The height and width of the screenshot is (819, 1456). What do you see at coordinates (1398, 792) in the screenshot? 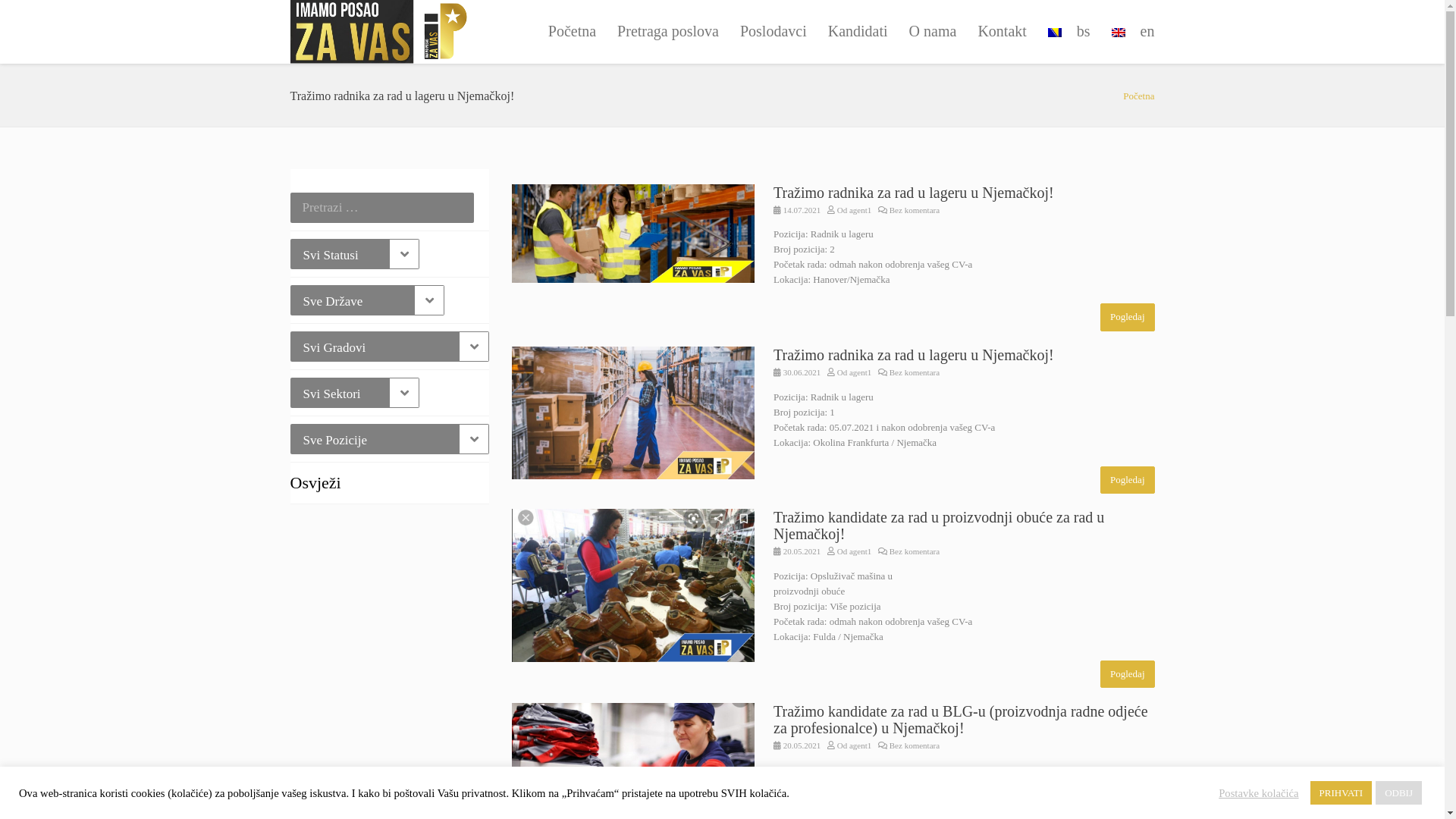
I see `'ODBIJ'` at bounding box center [1398, 792].